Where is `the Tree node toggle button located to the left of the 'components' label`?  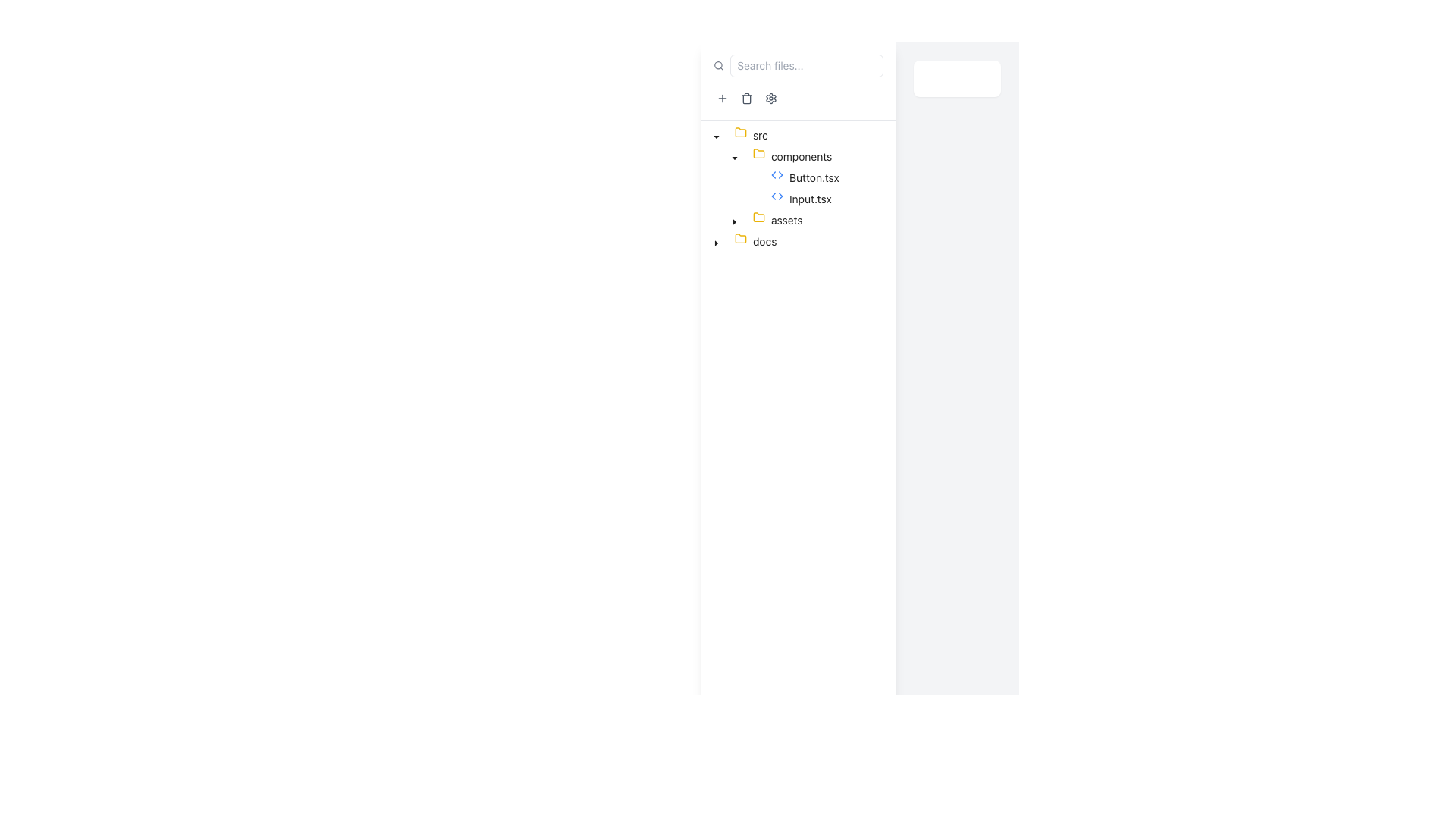
the Tree node toggle button located to the left of the 'components' label is located at coordinates (735, 157).